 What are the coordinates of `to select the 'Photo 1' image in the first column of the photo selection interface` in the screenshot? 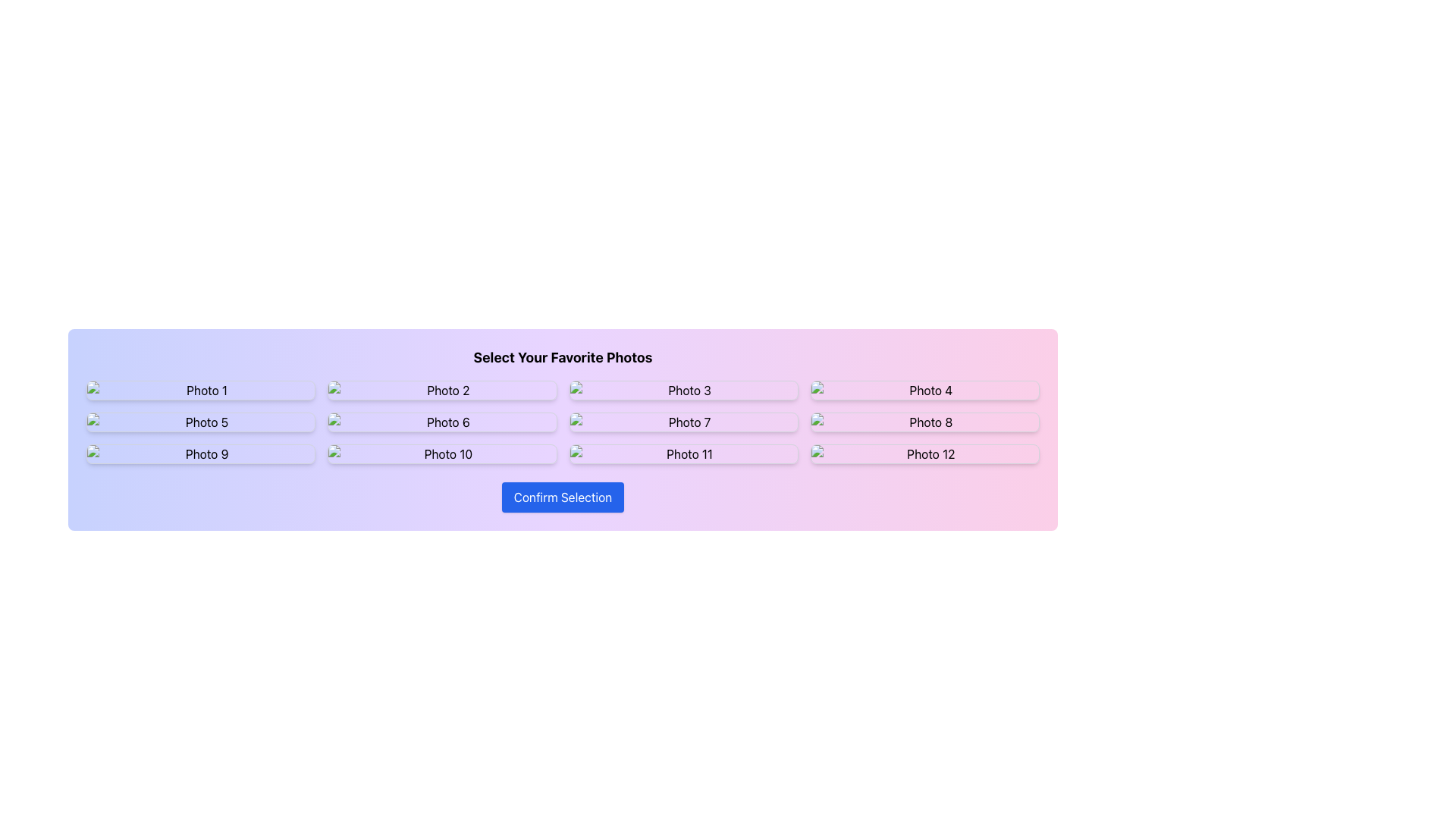 It's located at (200, 390).